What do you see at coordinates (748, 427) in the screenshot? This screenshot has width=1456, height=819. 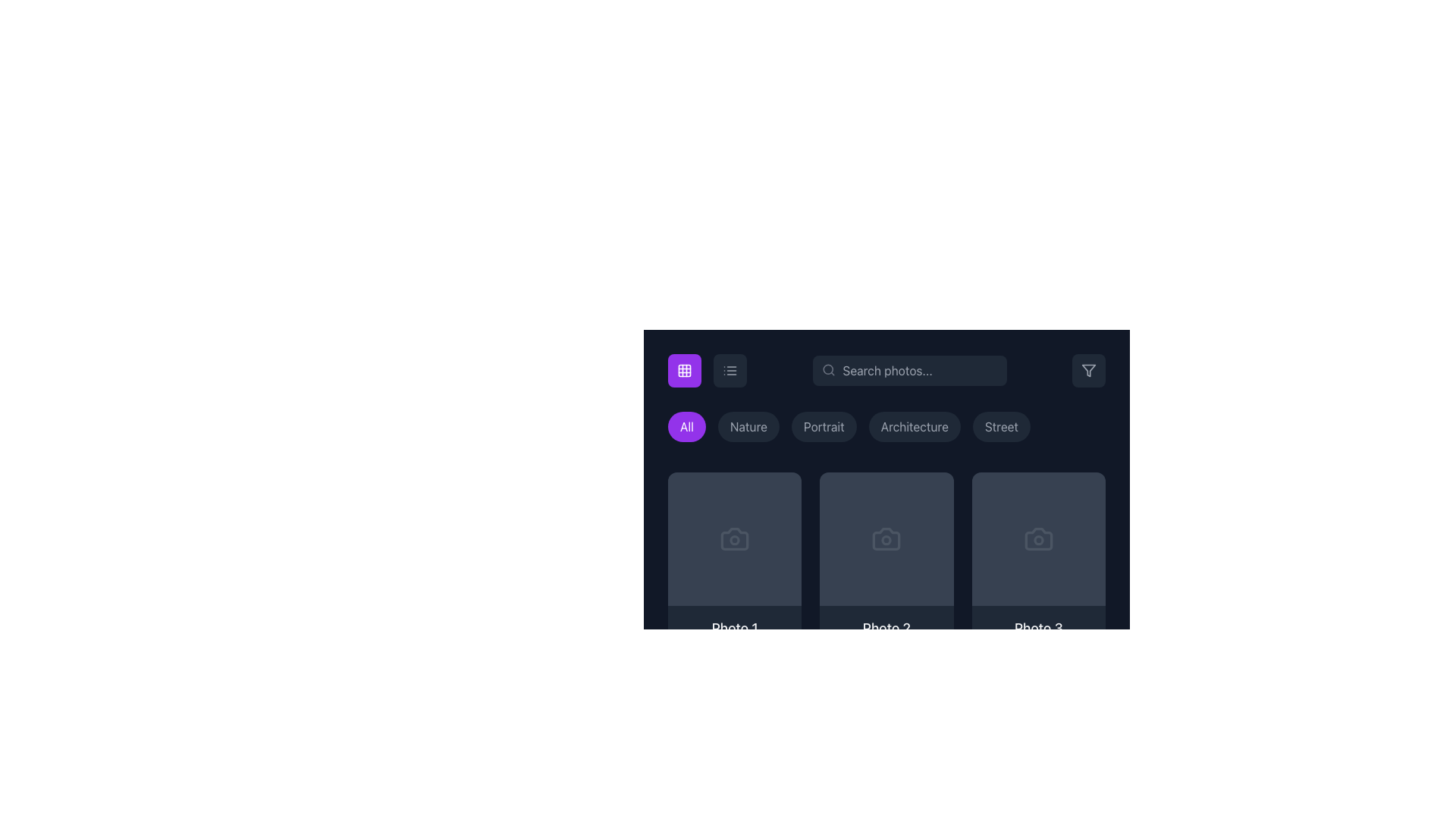 I see `the second interactive button in the horizontal button group` at bounding box center [748, 427].